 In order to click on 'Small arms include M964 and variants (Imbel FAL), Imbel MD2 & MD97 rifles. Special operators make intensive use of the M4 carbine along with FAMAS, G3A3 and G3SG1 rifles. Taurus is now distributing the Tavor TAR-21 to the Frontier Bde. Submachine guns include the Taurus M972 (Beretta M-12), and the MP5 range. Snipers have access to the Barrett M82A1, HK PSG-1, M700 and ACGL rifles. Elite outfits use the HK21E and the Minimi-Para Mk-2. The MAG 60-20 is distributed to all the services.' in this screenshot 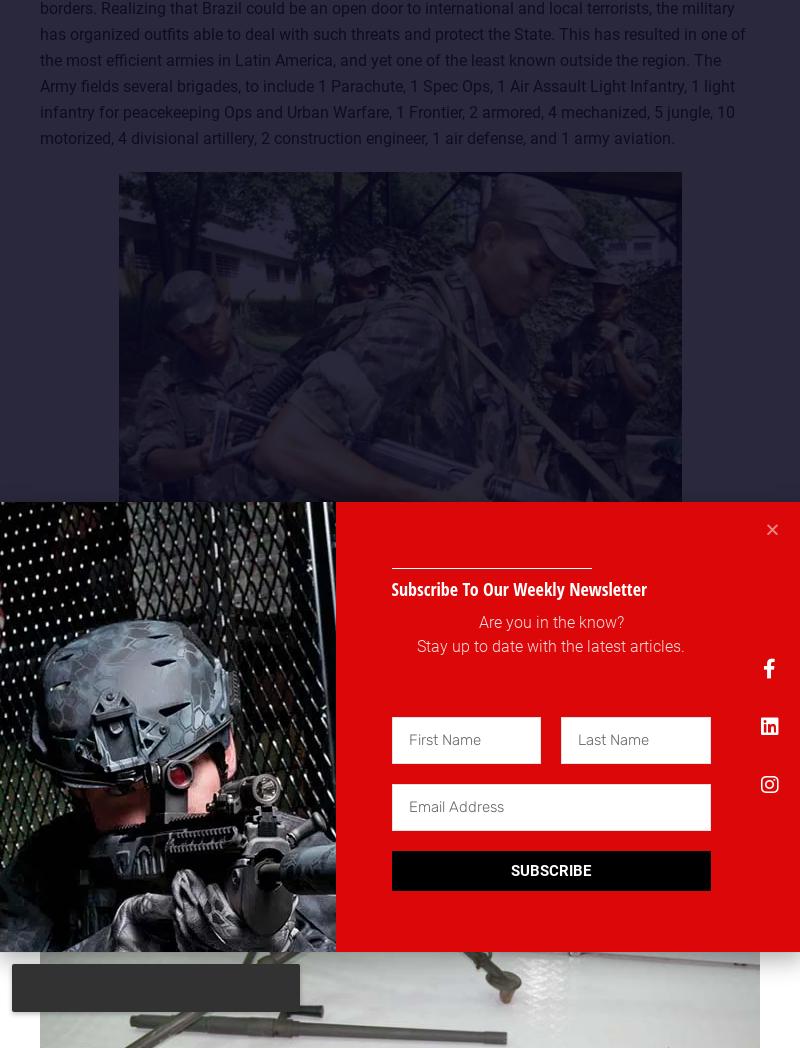, I will do `click(396, 720)`.